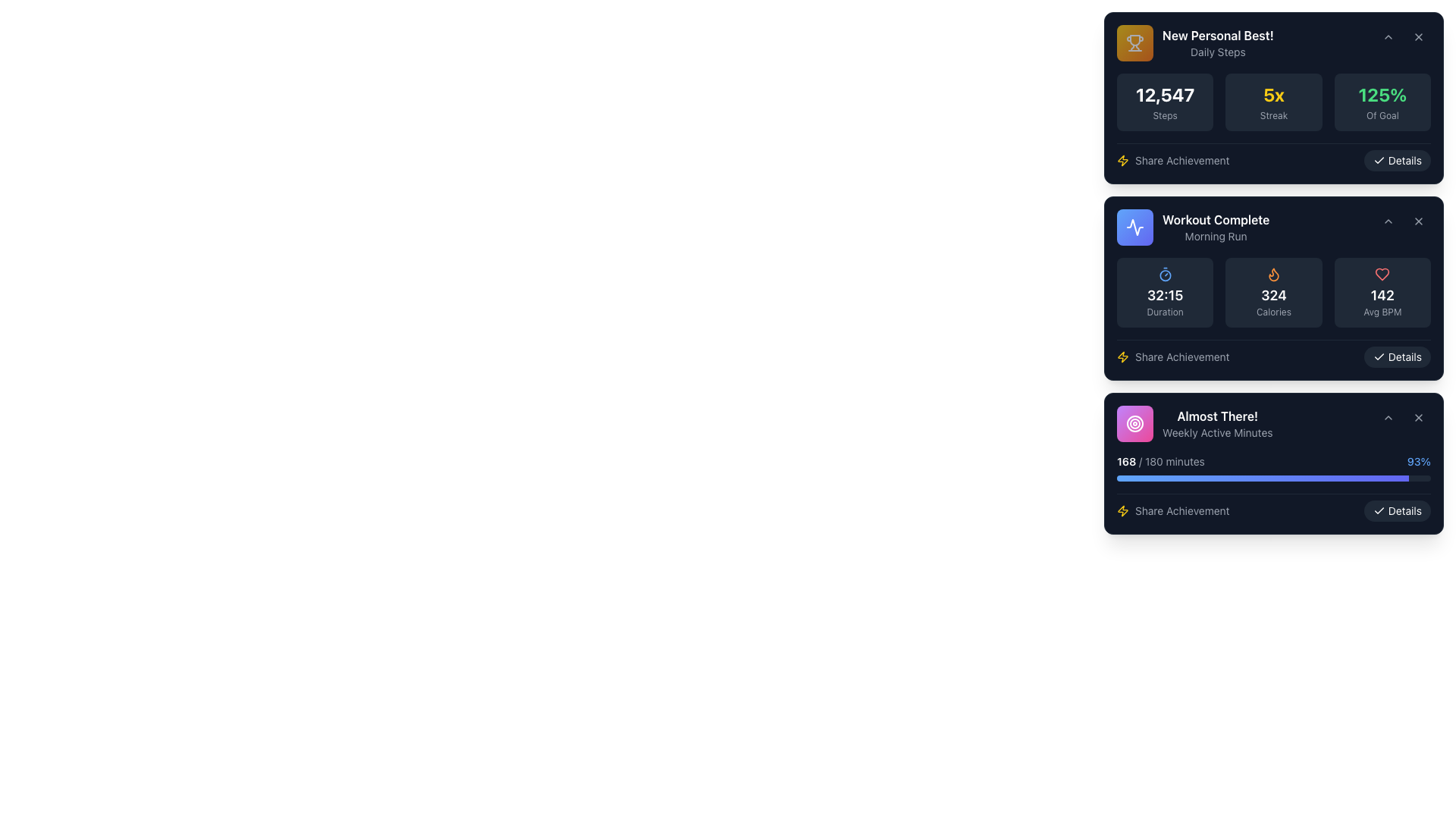 Image resolution: width=1456 pixels, height=819 pixels. I want to click on the bold, white-colored text displaying '12,547' located at the top left of the 'New Personal Best! Daily Steps' card, which is enclosed within a rounded rectangular box, so click(1164, 94).